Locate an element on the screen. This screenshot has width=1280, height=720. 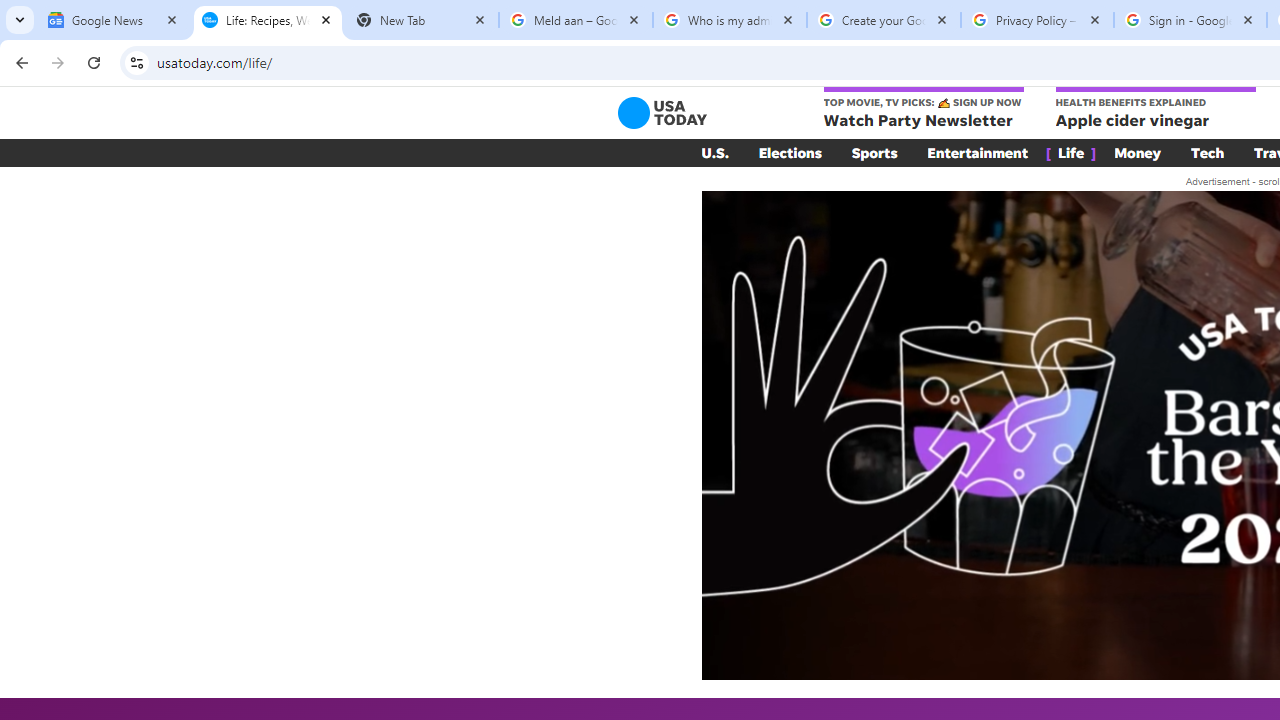
'Create your Google Account' is located at coordinates (882, 20).